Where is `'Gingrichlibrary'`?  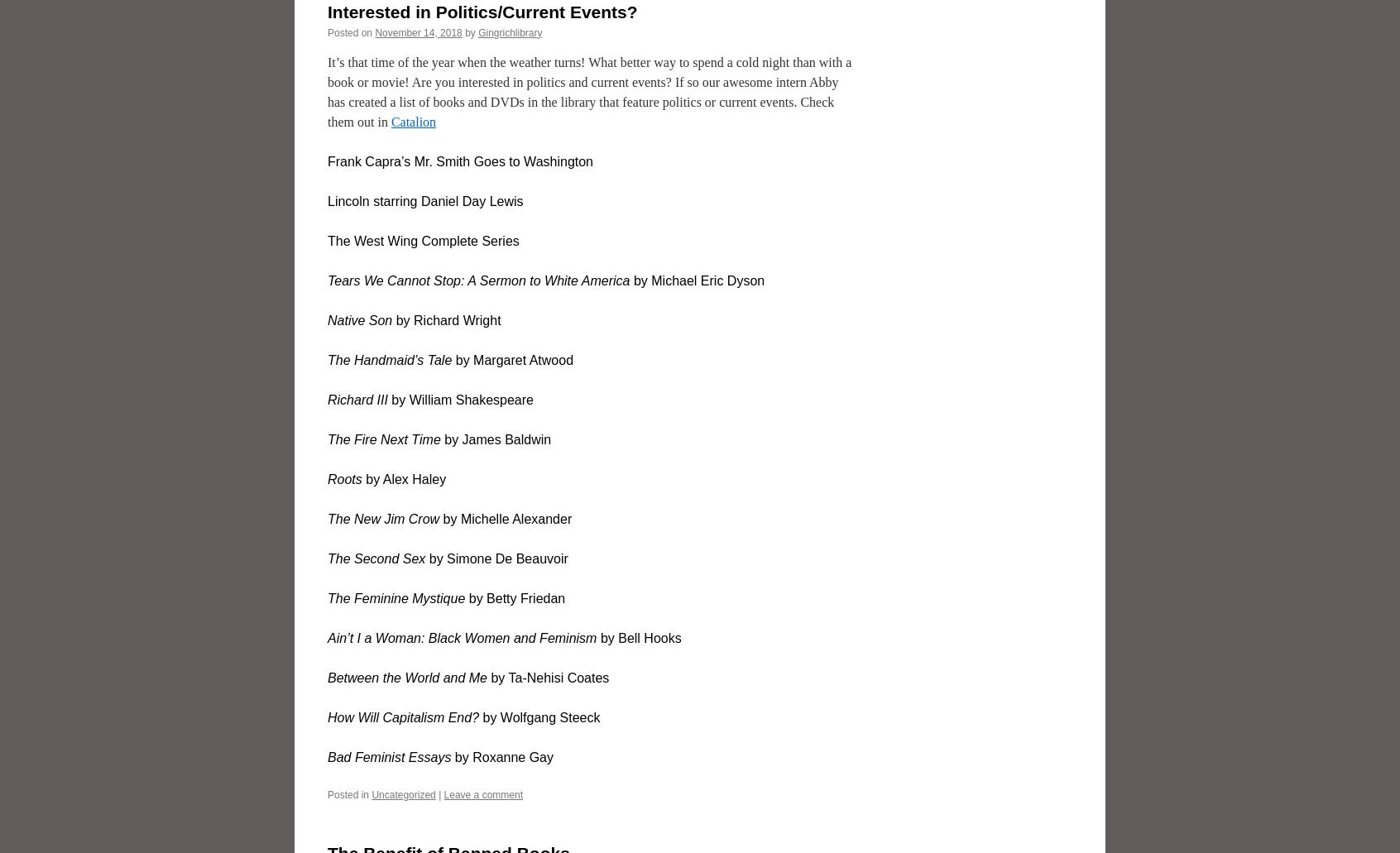 'Gingrichlibrary' is located at coordinates (509, 31).